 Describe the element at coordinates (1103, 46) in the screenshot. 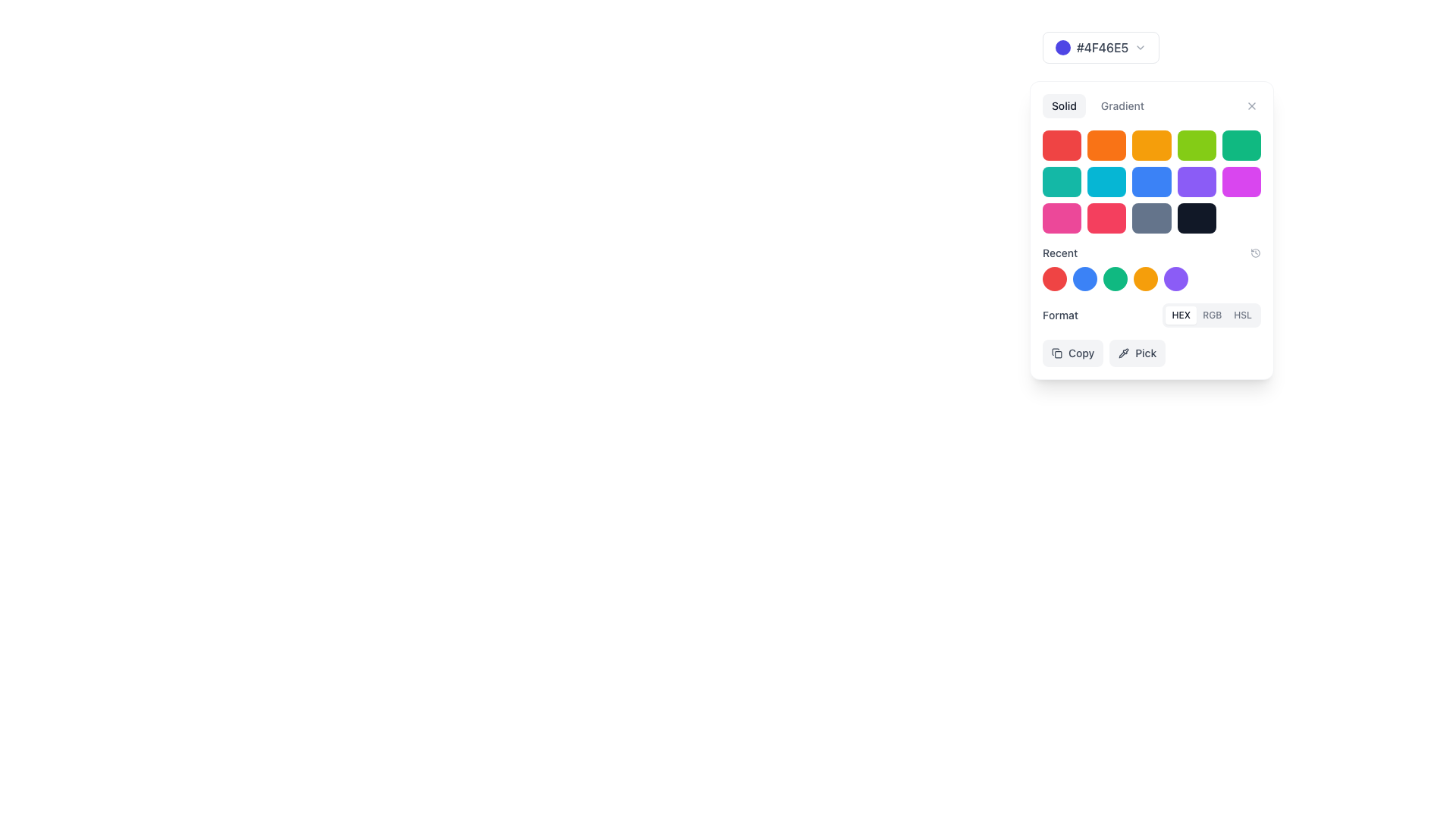

I see `the color code text display '#4F46E5' located in the top-right region of the interface to copy the color code` at that location.